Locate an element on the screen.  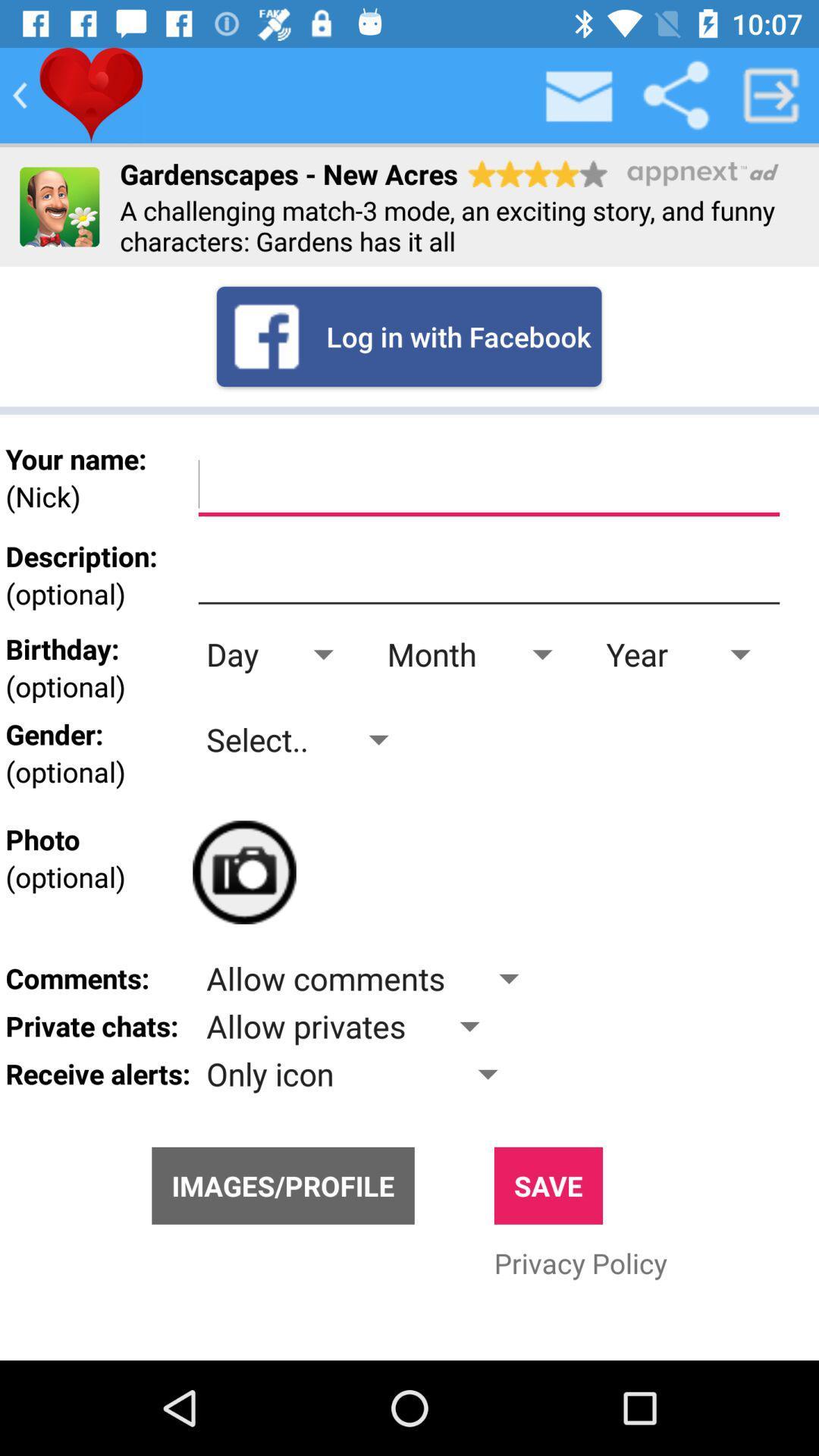
description is located at coordinates (488, 574).